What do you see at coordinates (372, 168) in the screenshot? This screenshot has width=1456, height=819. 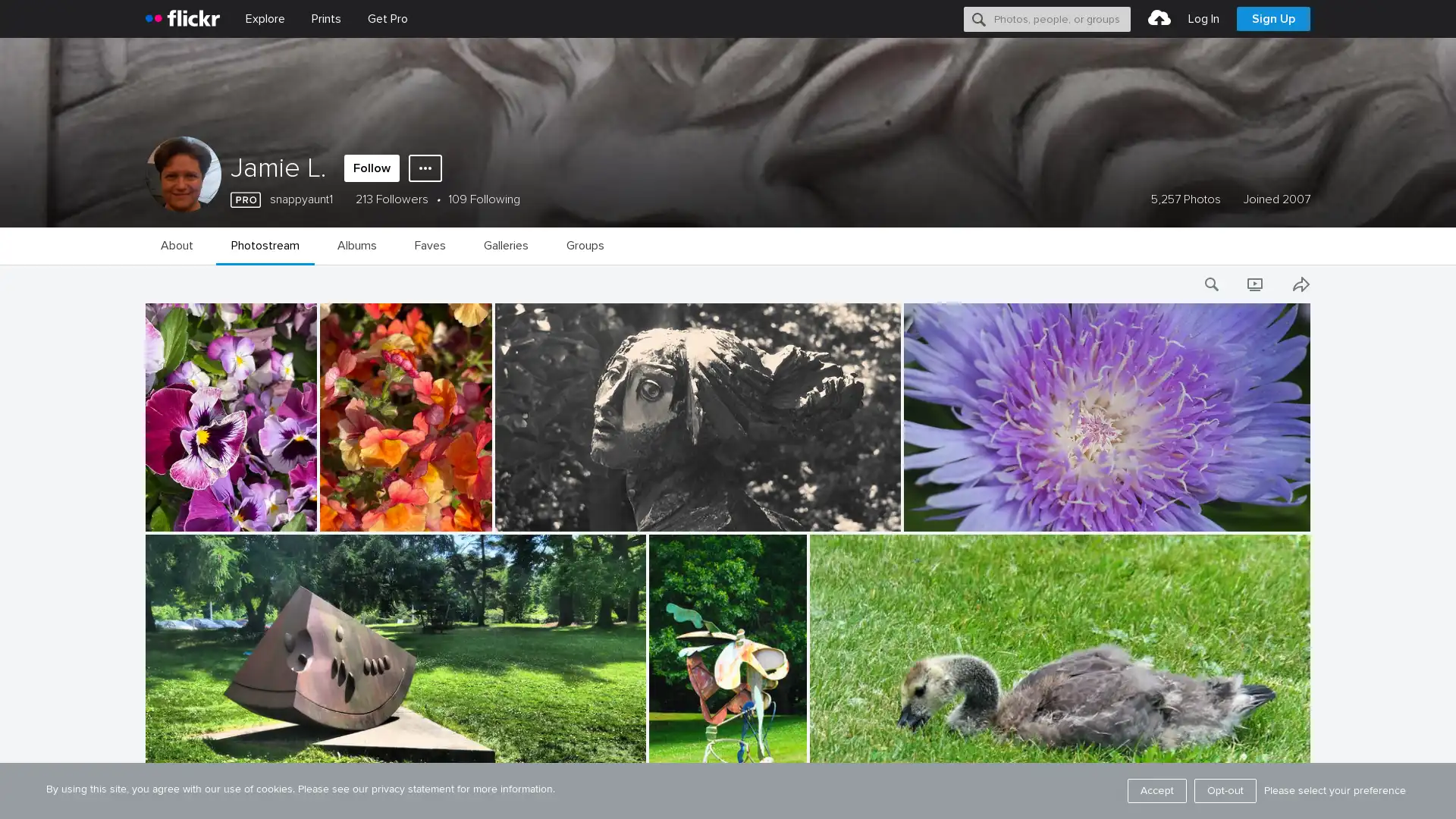 I see `Follow` at bounding box center [372, 168].